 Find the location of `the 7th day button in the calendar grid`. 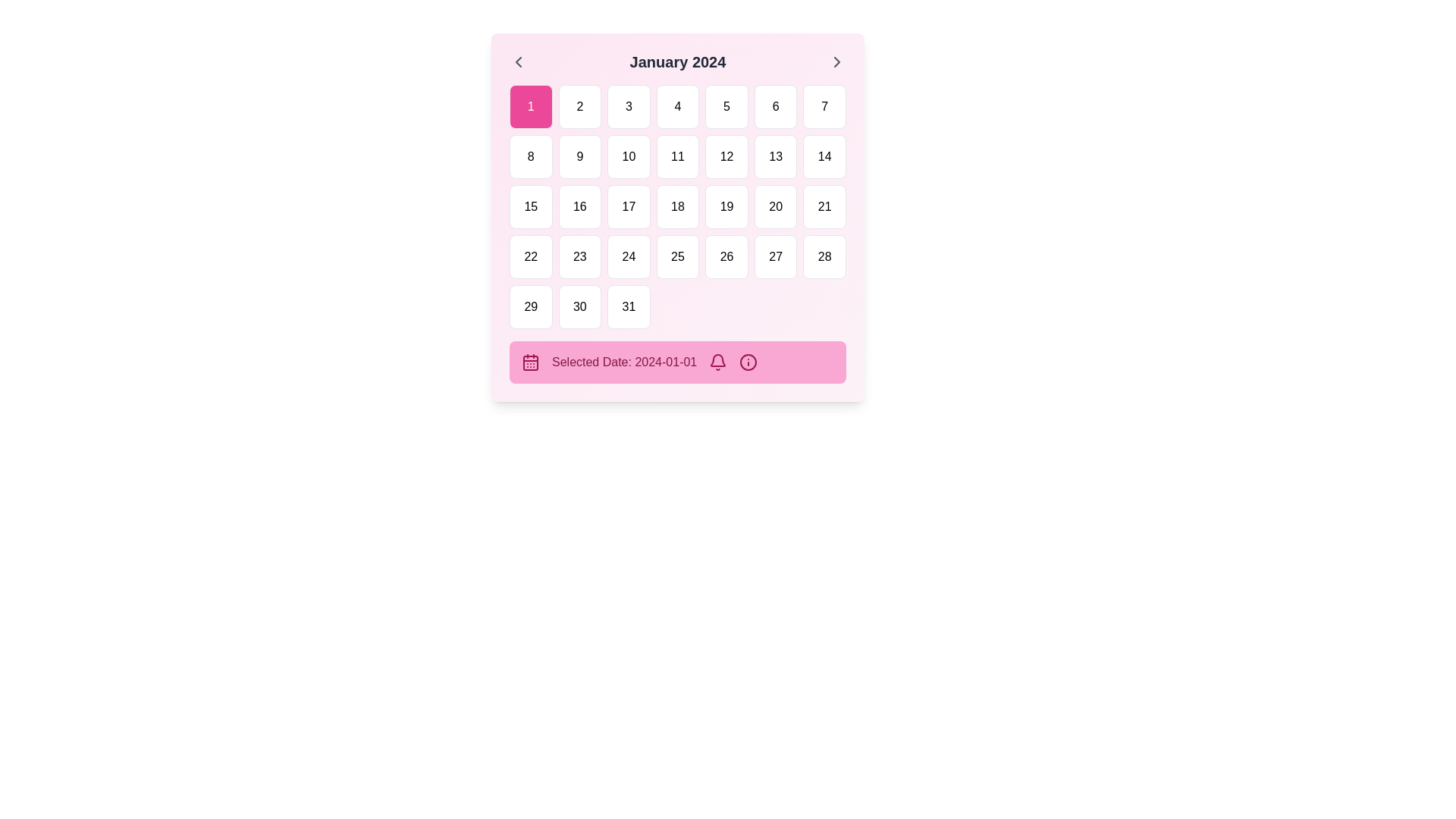

the 7th day button in the calendar grid is located at coordinates (824, 106).